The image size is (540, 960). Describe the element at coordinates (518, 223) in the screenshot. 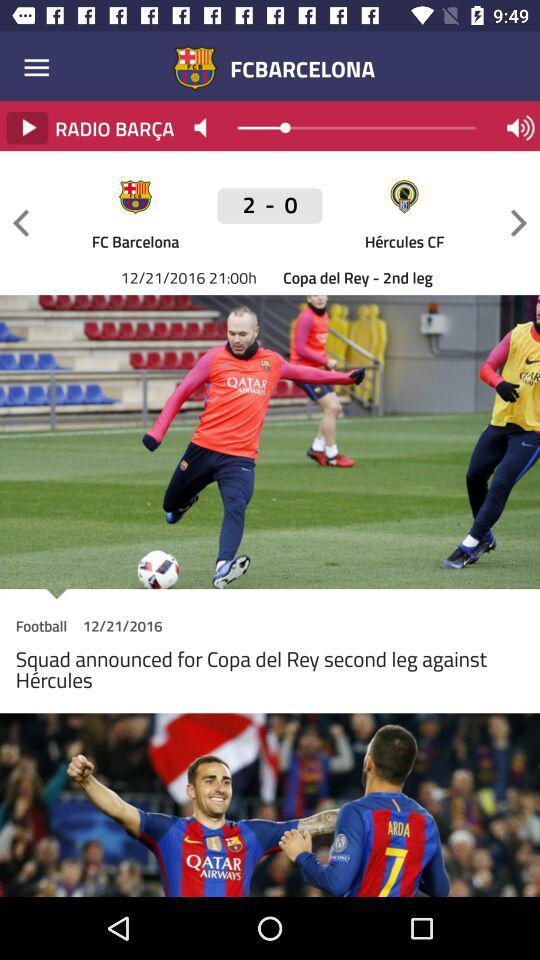

I see `next game` at that location.